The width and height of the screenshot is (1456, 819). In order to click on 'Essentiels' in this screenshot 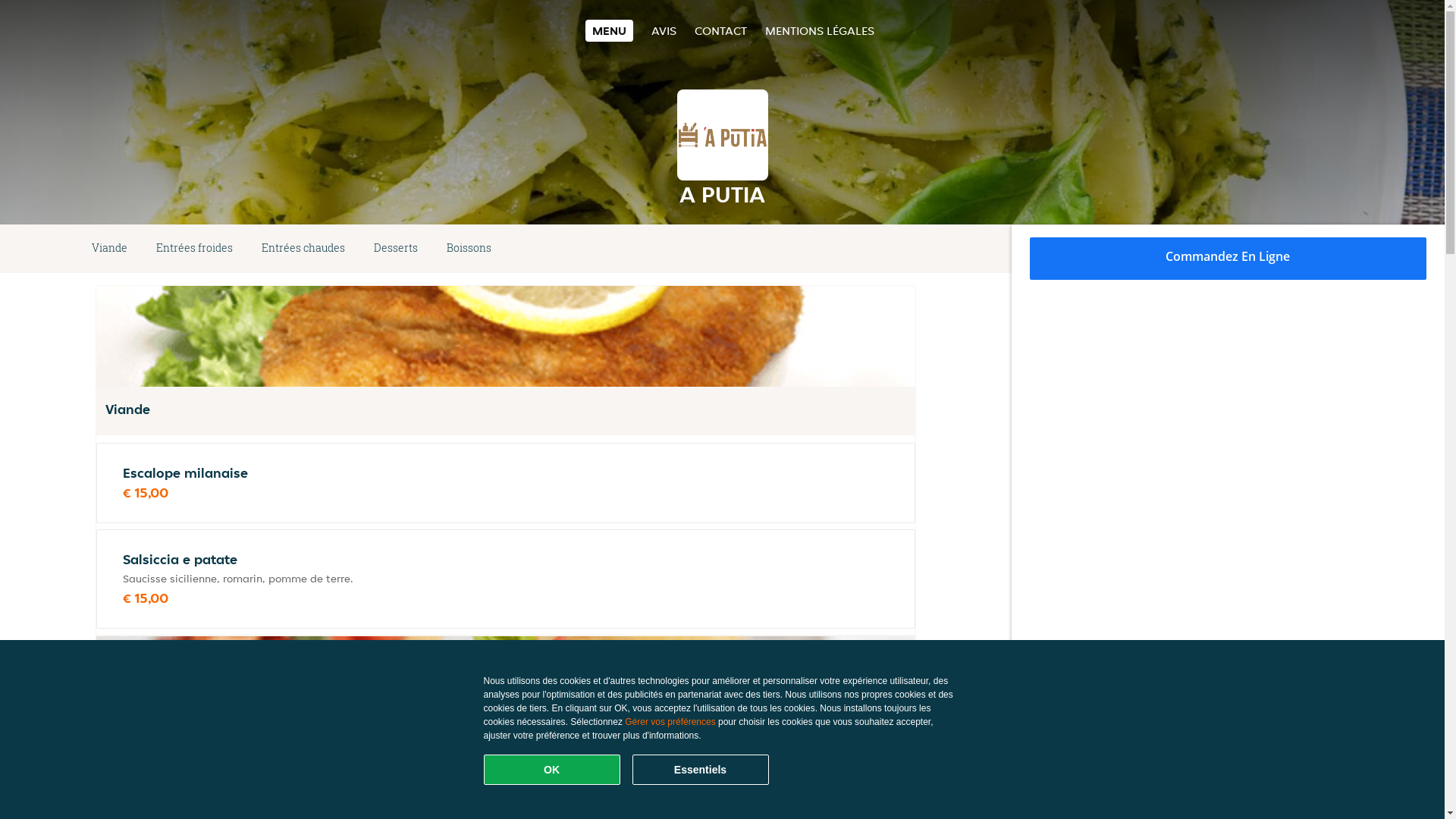, I will do `click(699, 769)`.